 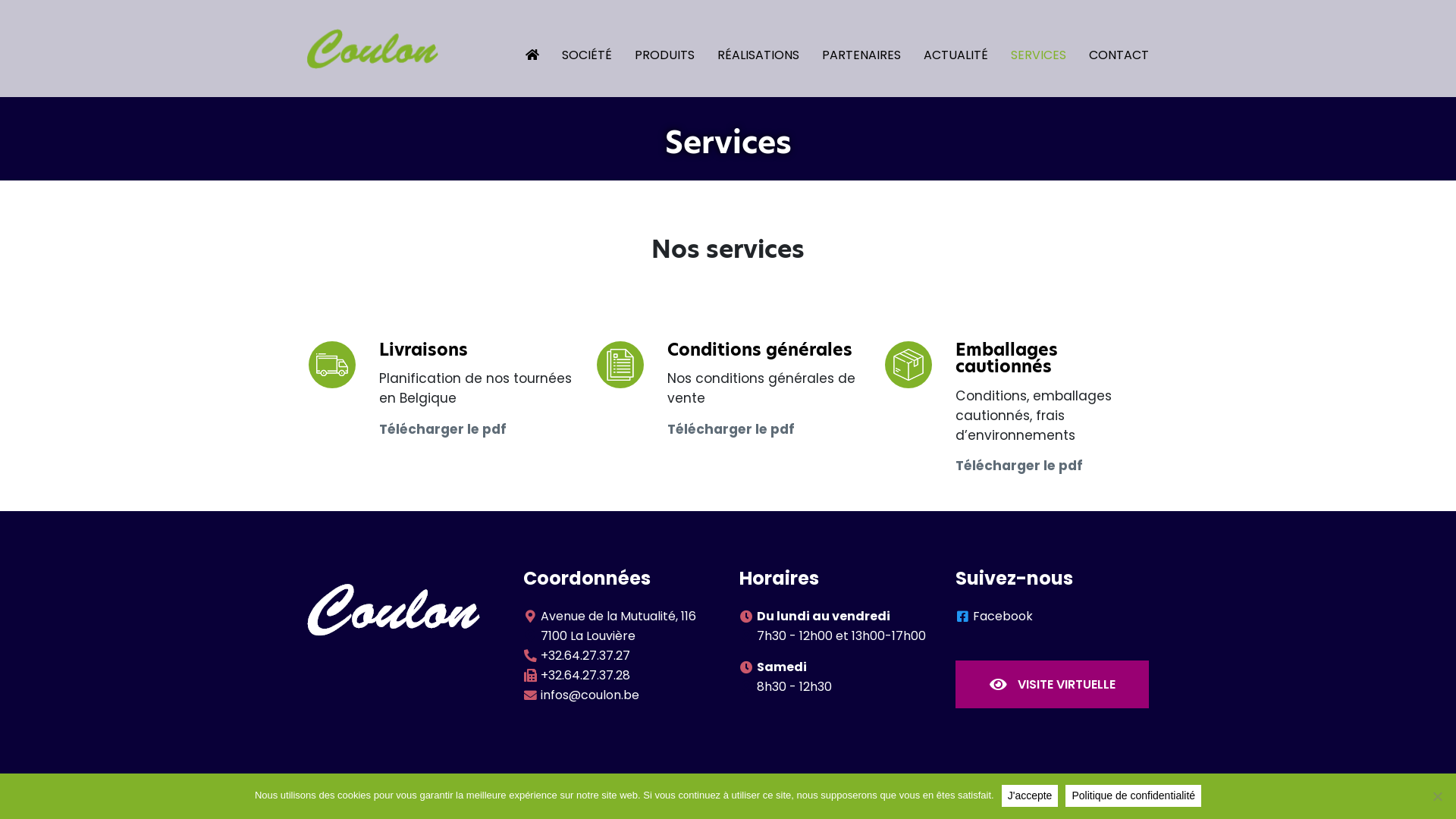 I want to click on 'No', so click(x=1436, y=795).